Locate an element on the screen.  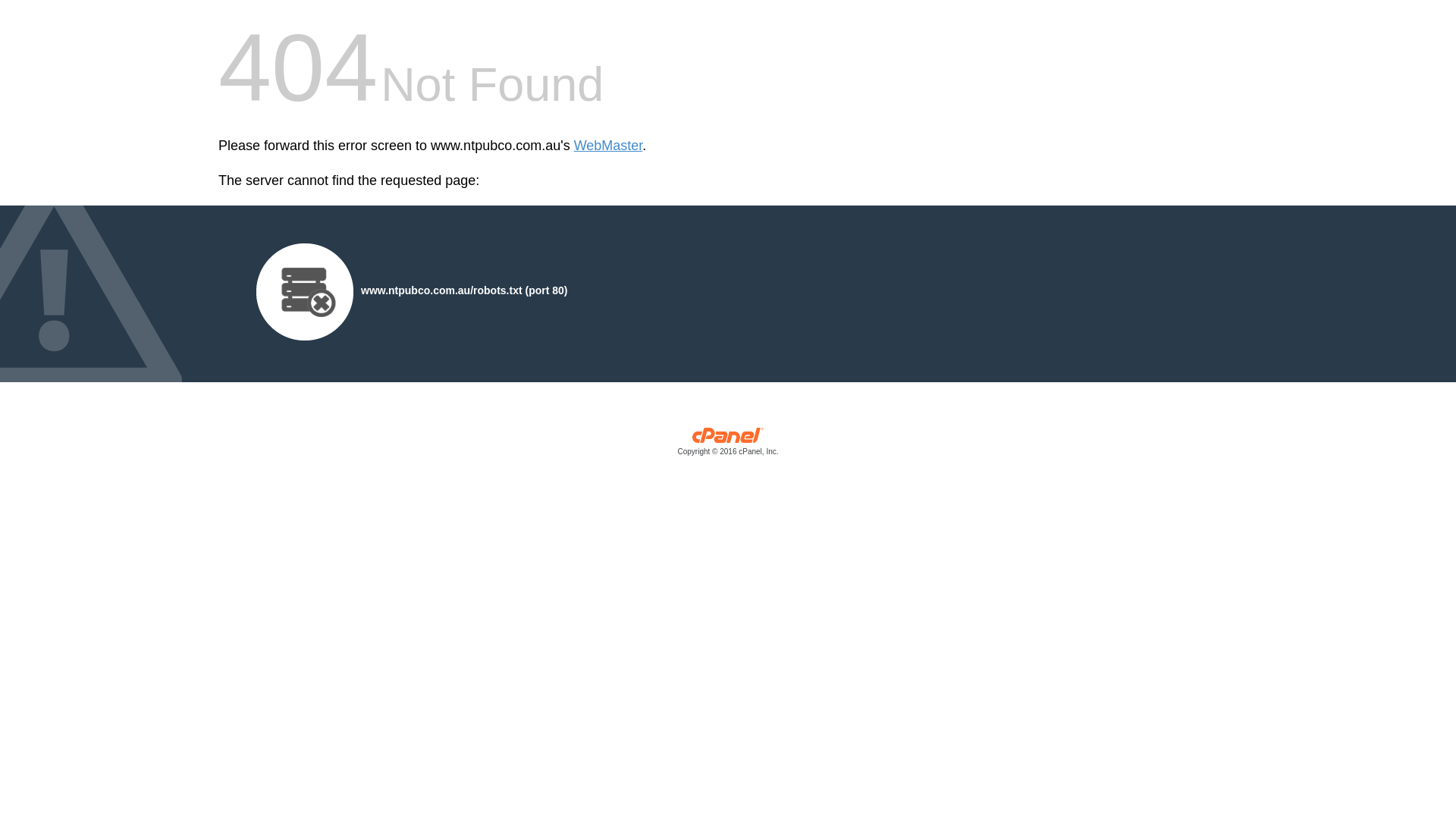
'WebMaster' is located at coordinates (573, 146).